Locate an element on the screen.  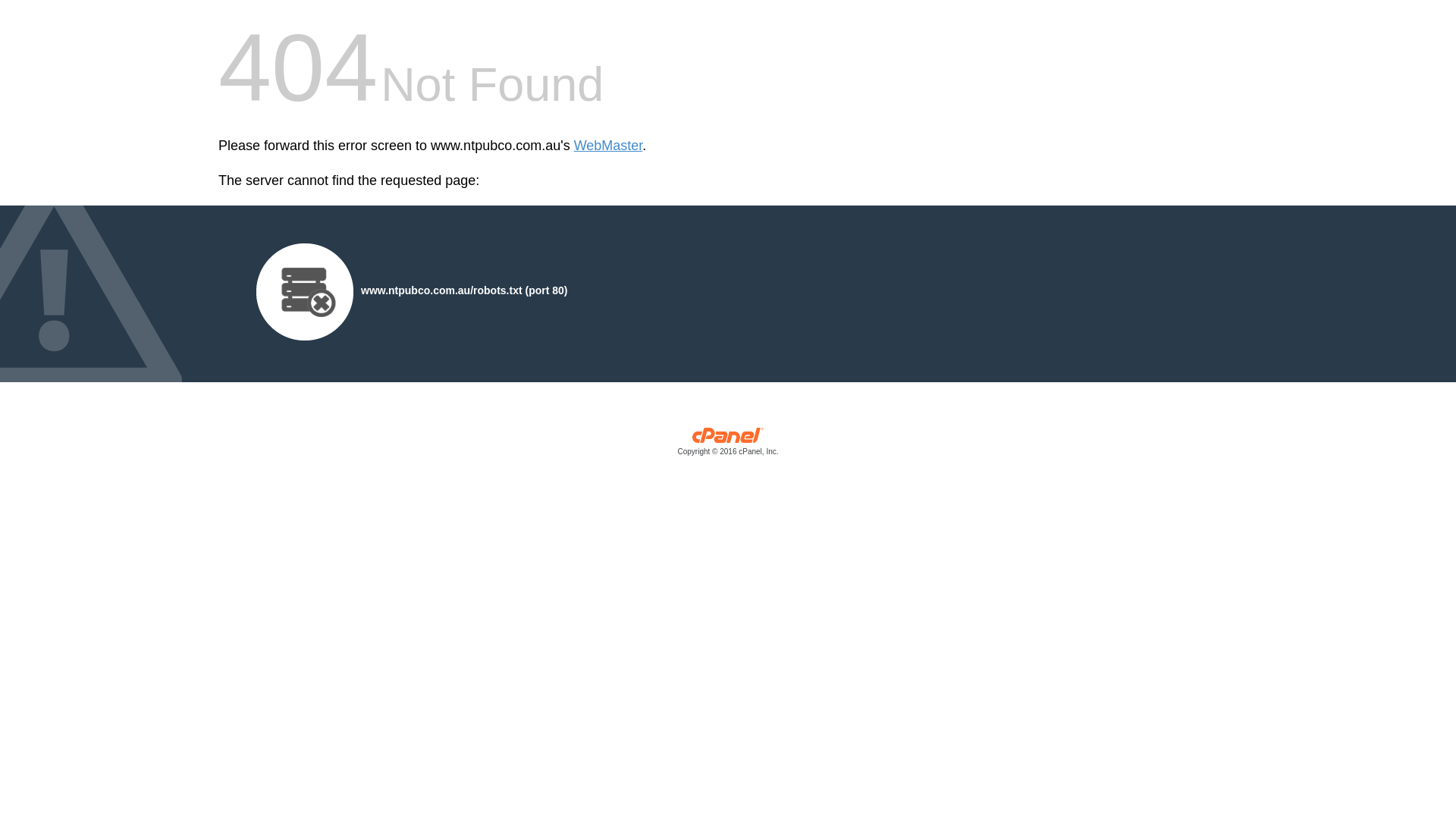
'WebMaster' is located at coordinates (573, 146).